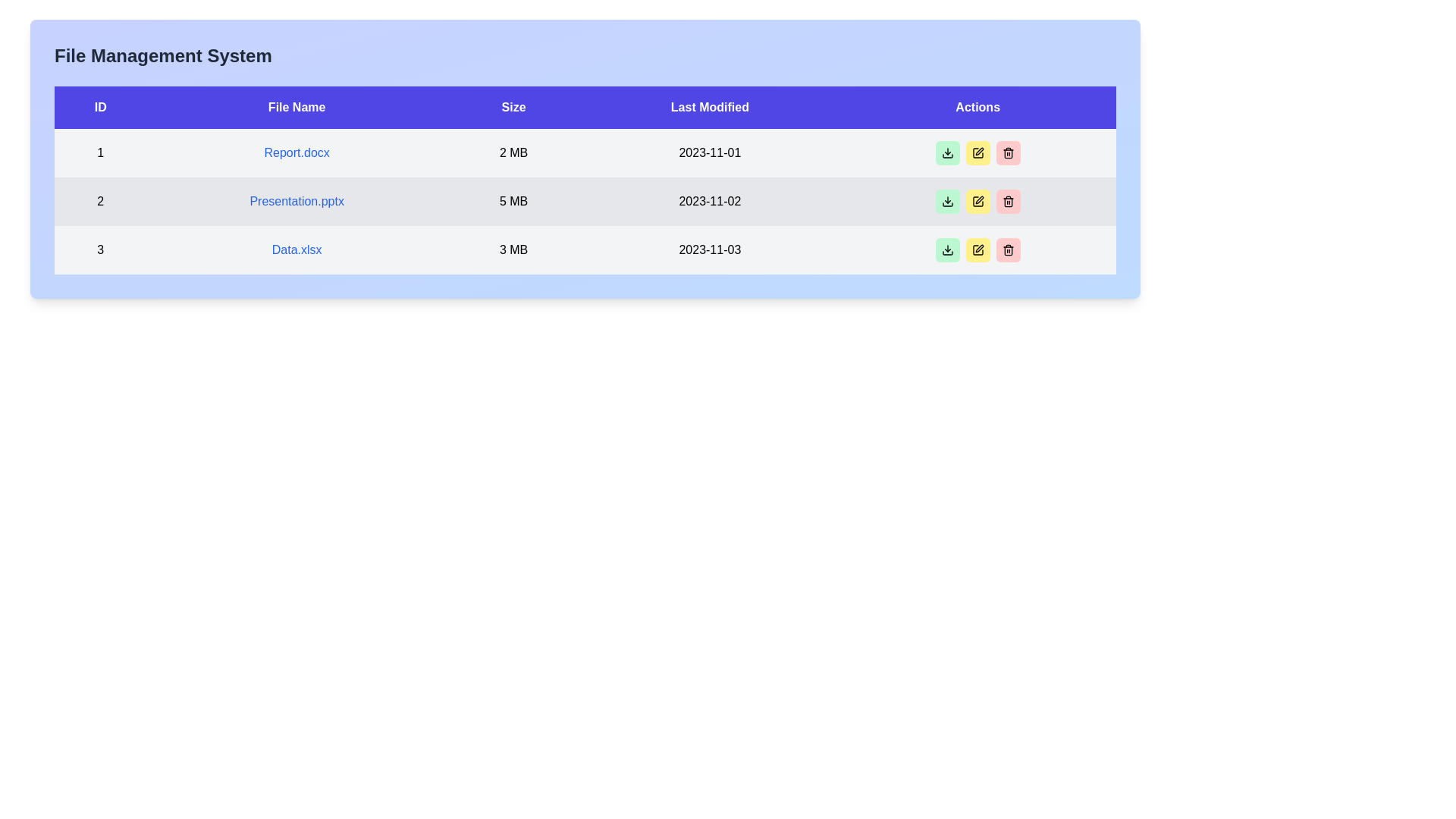 This screenshot has height=819, width=1456. I want to click on the 'File Name' table header, which is a bold sans-serif text label on a solid blue background, positioned between the 'ID' and 'Size' columns in the table, so click(297, 107).